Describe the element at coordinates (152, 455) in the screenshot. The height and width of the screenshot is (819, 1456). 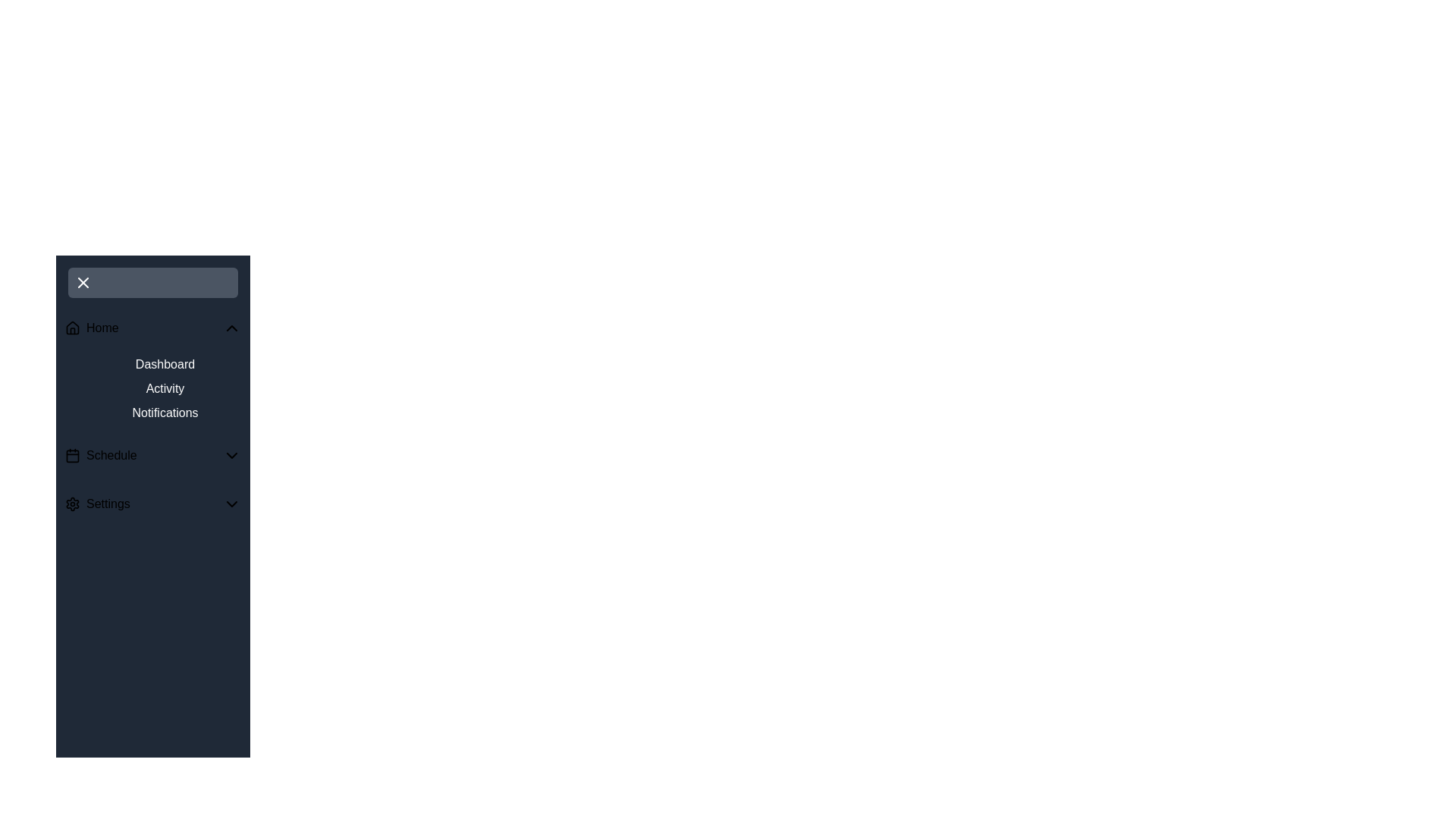
I see `the 'Schedule' menu item, which is the second item in the vertical navigation menu` at that location.